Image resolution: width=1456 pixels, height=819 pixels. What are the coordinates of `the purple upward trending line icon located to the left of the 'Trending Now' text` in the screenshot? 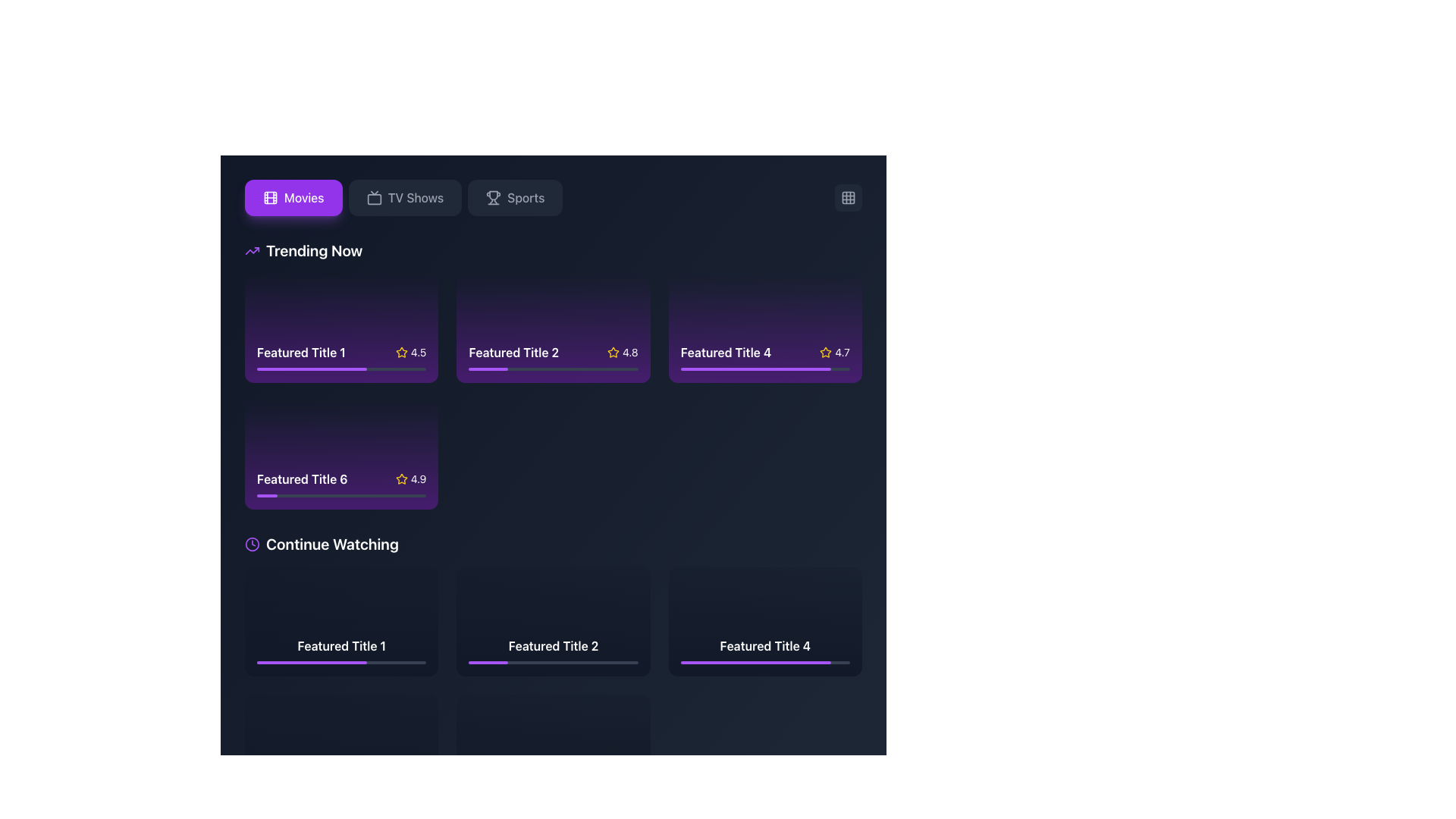 It's located at (252, 250).